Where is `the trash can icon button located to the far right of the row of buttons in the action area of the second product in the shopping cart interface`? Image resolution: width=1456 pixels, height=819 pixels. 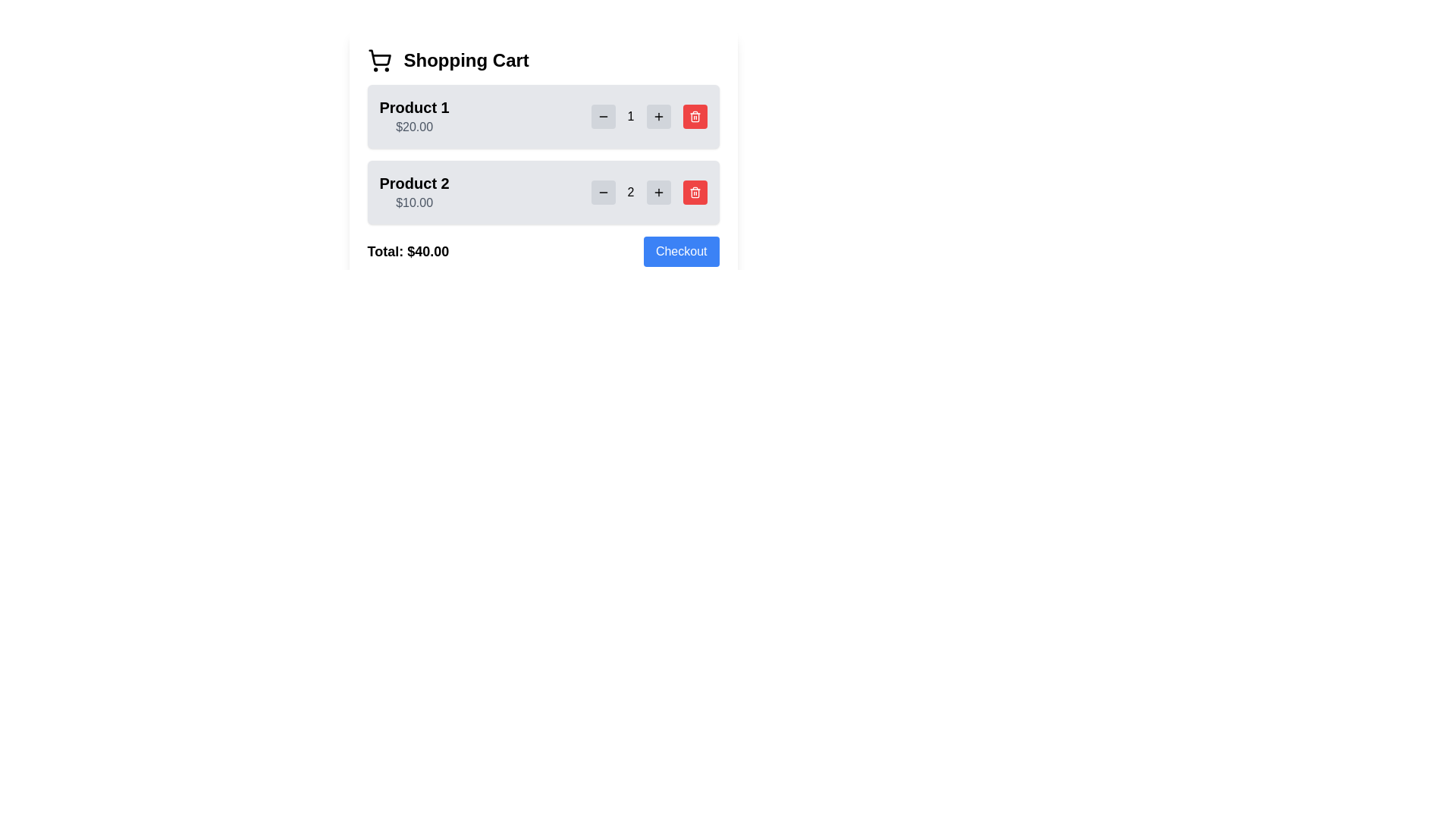
the trash can icon button located to the far right of the row of buttons in the action area of the second product in the shopping cart interface is located at coordinates (694, 192).